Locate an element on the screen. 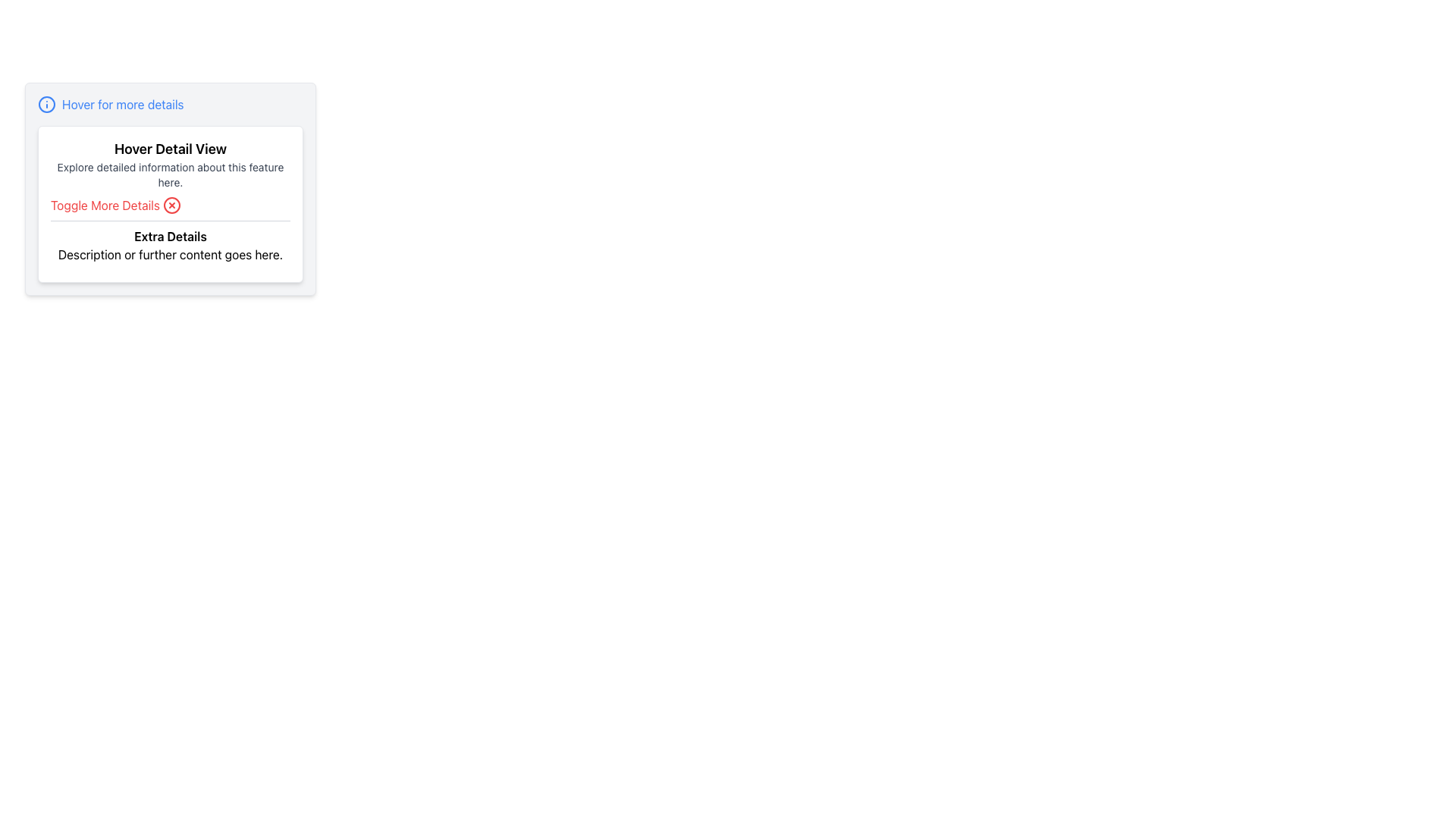  the text element that provides additional explanatory content, positioned directly below 'Extra Details' in the 'Hover Detail View' section is located at coordinates (171, 253).